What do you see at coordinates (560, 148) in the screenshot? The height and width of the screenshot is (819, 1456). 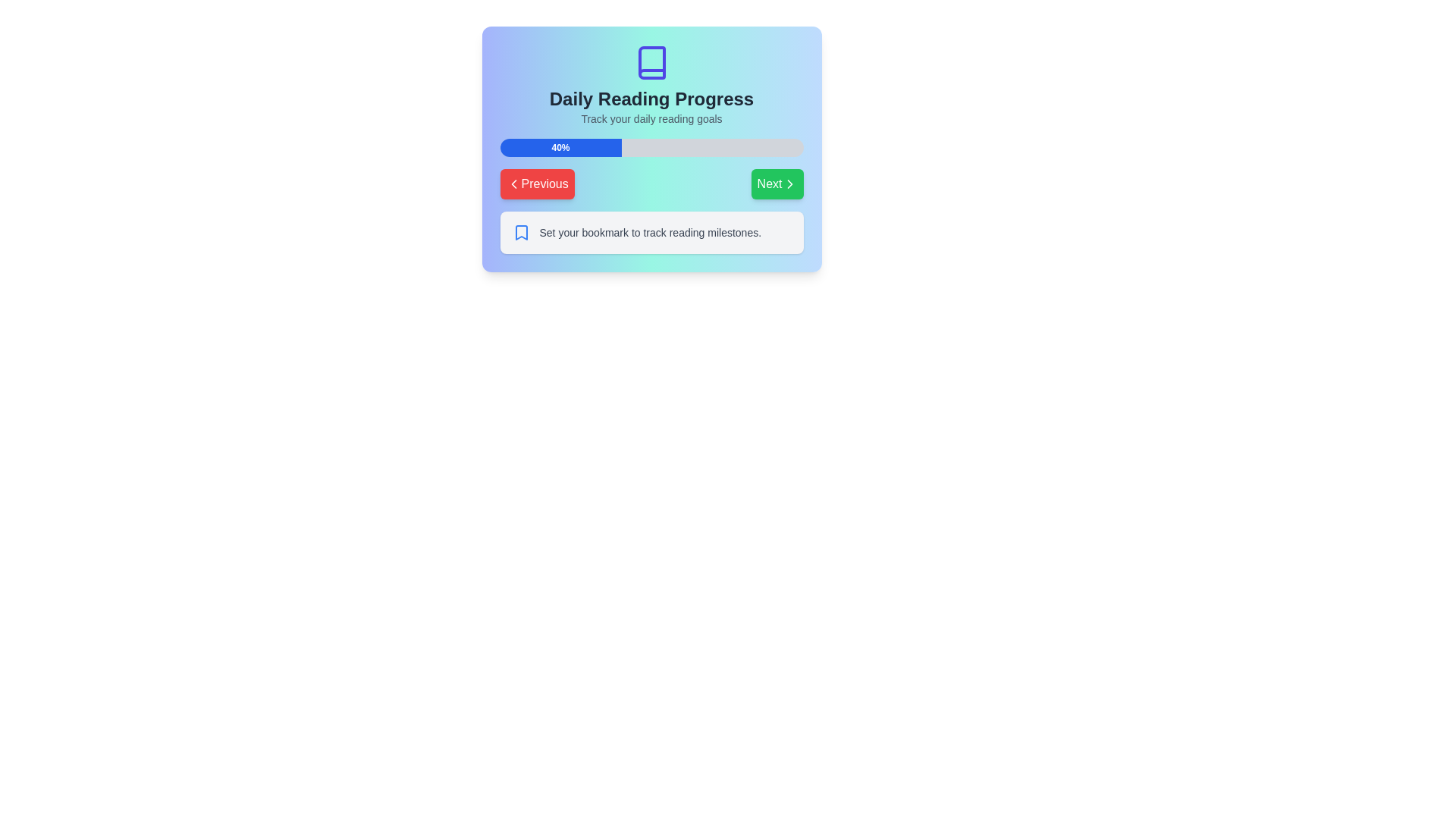 I see `the progress bar segment that visually represents 40% progress towards the goal, located below the 'Daily Reading Progress' title and above the 'Previous' and 'Next' buttons` at bounding box center [560, 148].